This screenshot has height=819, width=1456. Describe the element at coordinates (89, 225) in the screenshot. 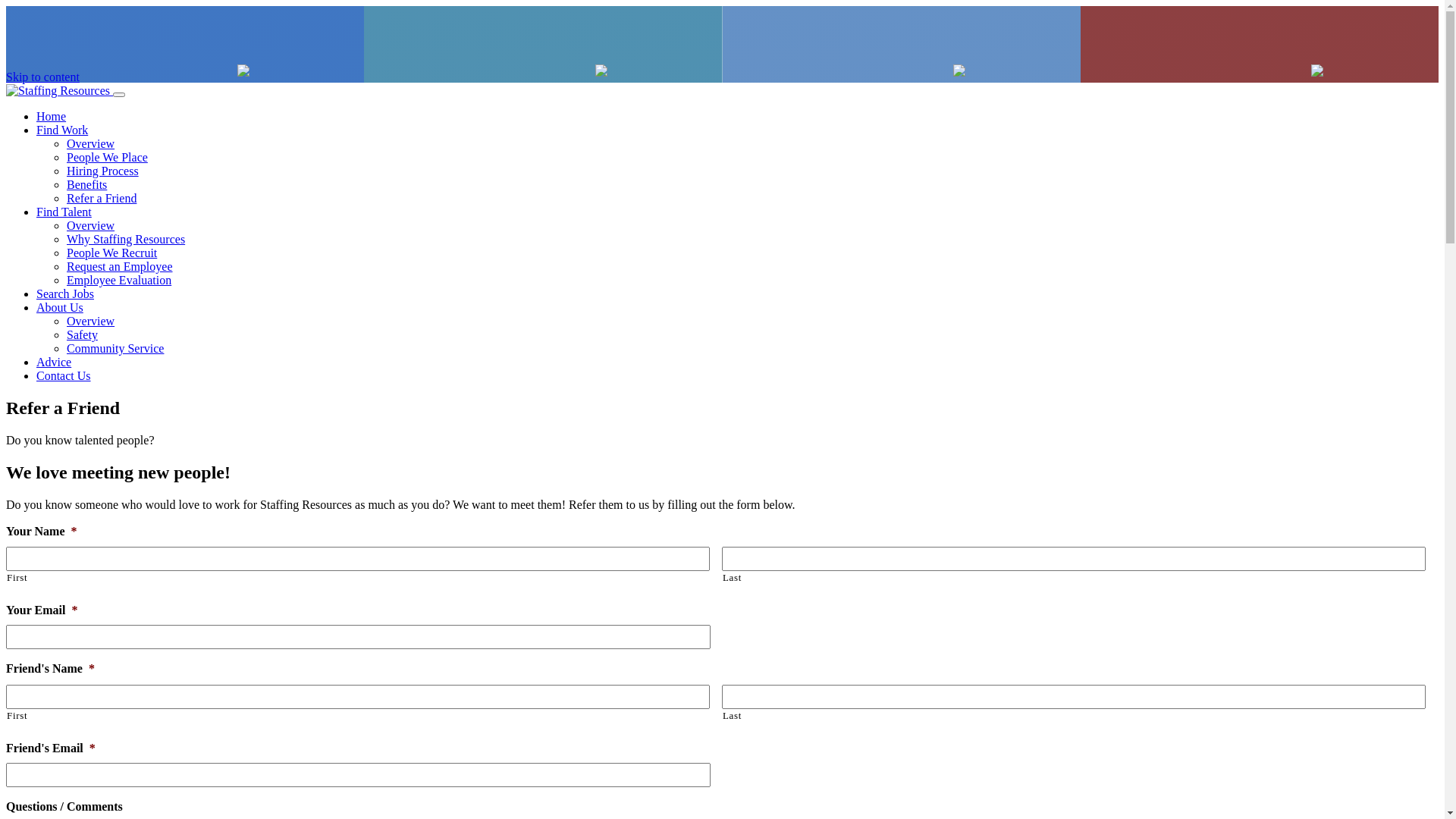

I see `'Overview'` at that location.